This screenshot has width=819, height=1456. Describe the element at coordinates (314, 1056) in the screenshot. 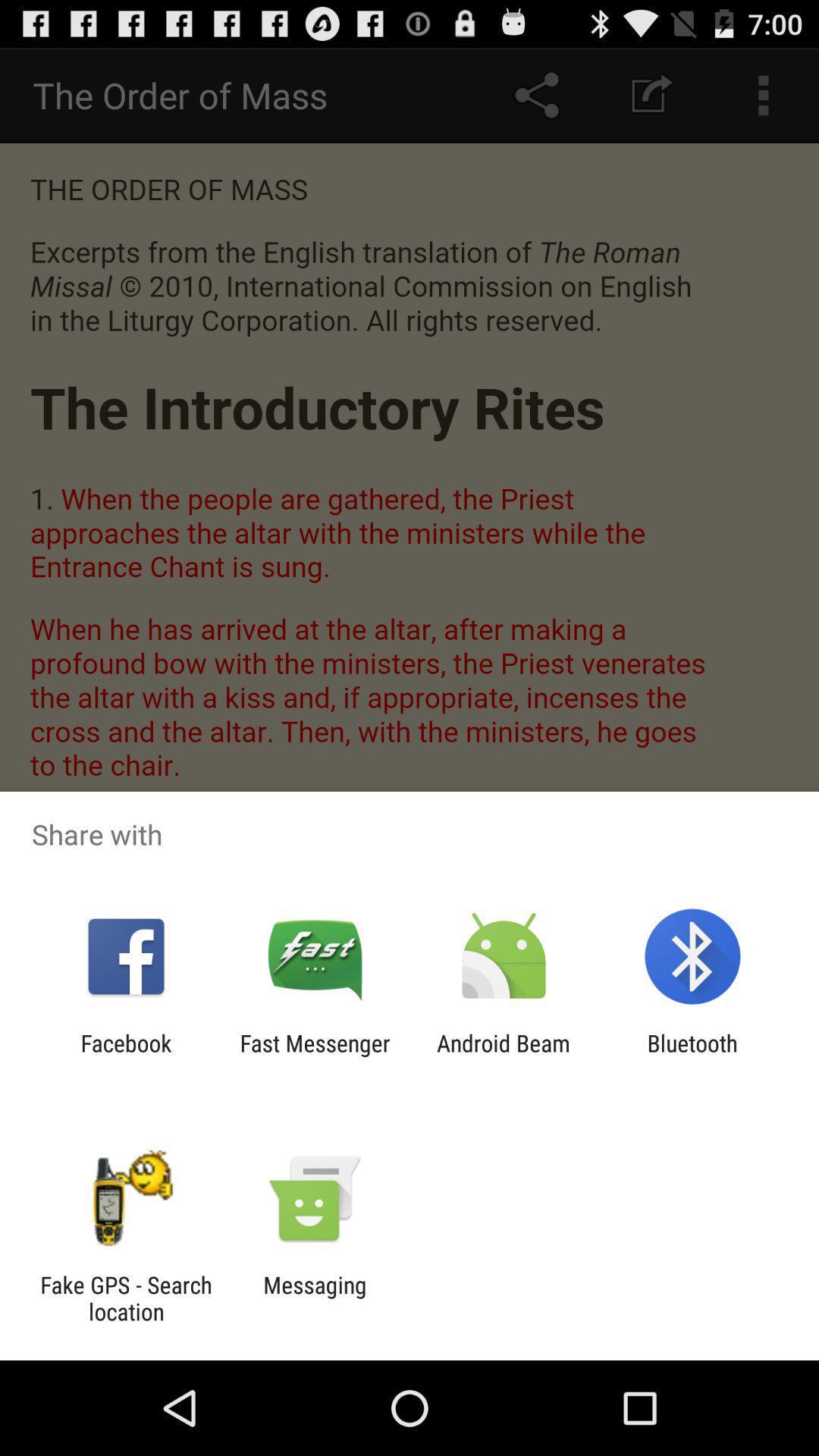

I see `app next to android beam icon` at that location.